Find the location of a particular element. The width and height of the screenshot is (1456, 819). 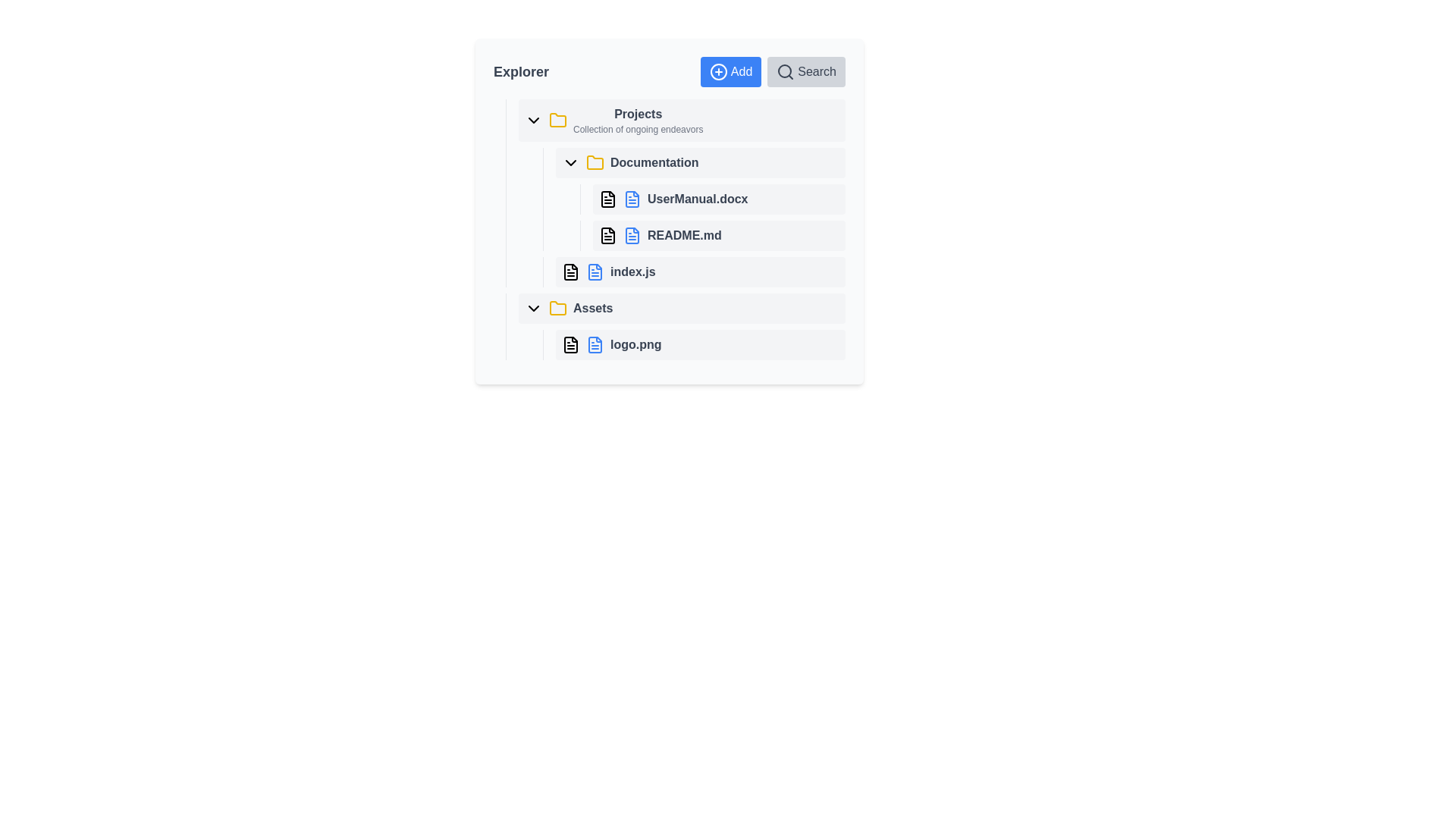

the yellow folder icon styled with a Lucide framework class, located next to the text 'Projects' in the Explorer interface is located at coordinates (557, 119).